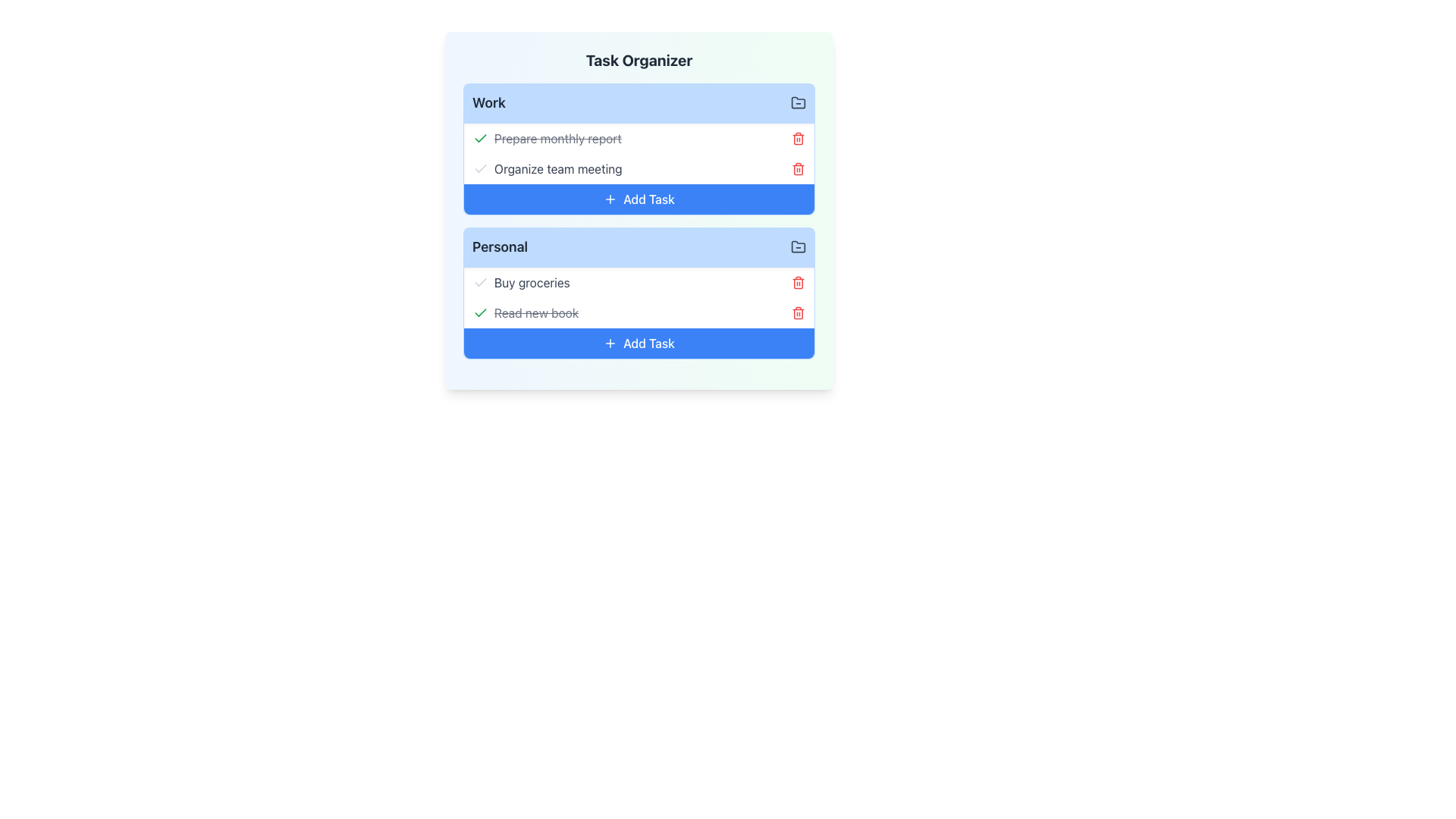  Describe the element at coordinates (610, 198) in the screenshot. I see `the centered blue plus icon within the 'Add Task' button` at that location.